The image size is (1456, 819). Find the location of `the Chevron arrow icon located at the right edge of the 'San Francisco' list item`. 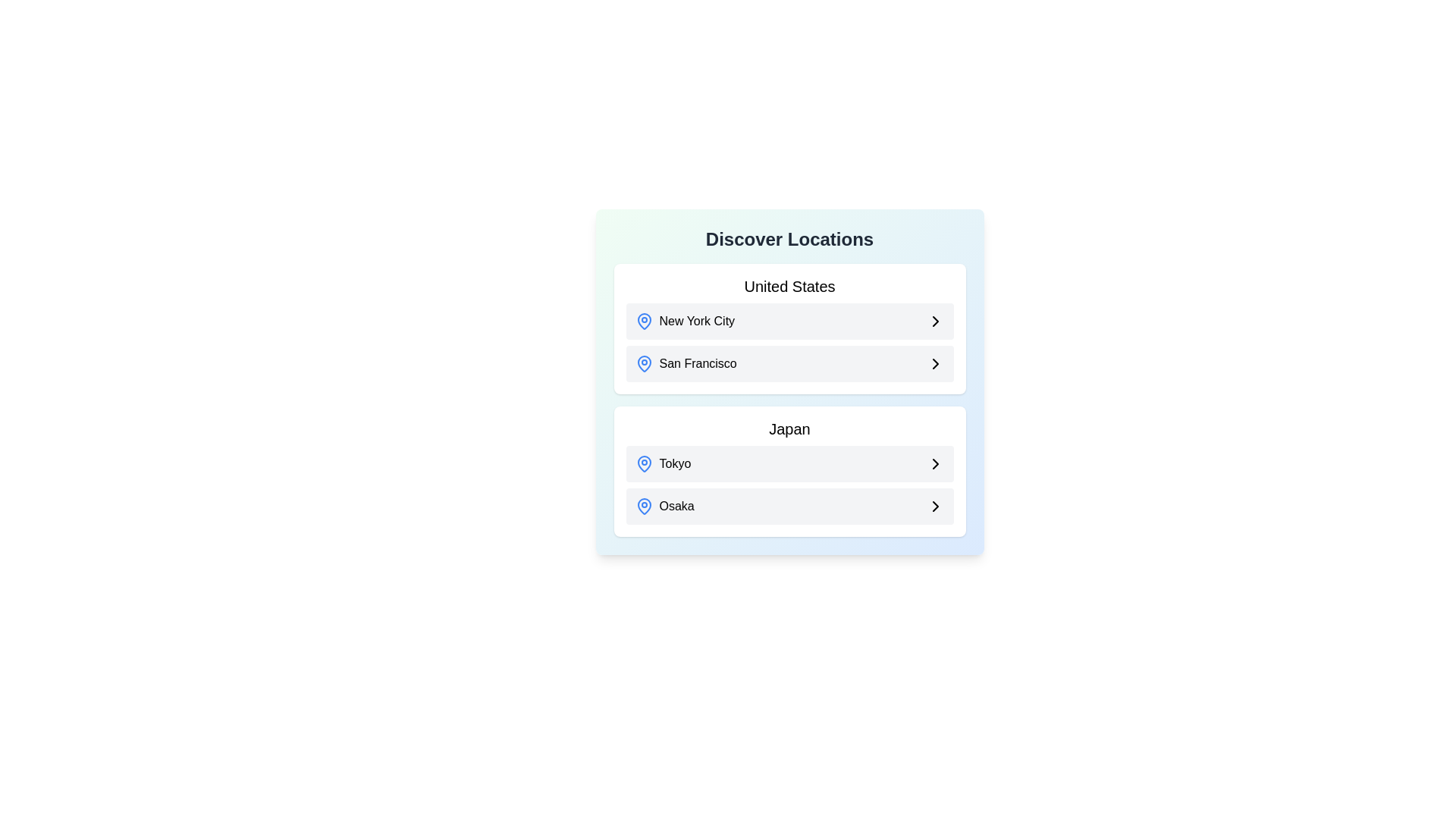

the Chevron arrow icon located at the right edge of the 'San Francisco' list item is located at coordinates (934, 363).